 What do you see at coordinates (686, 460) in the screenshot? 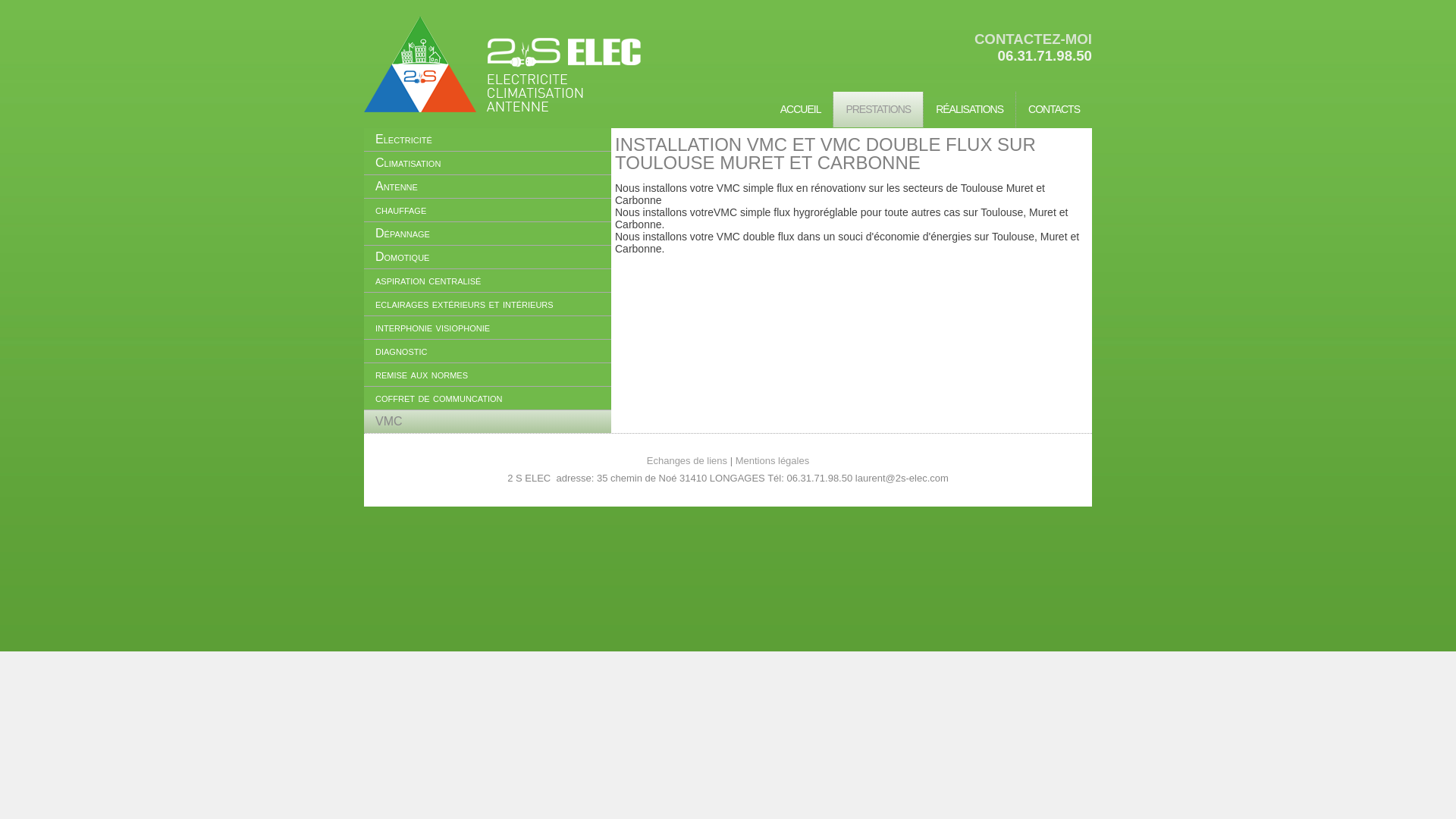
I see `'Echanges de liens'` at bounding box center [686, 460].